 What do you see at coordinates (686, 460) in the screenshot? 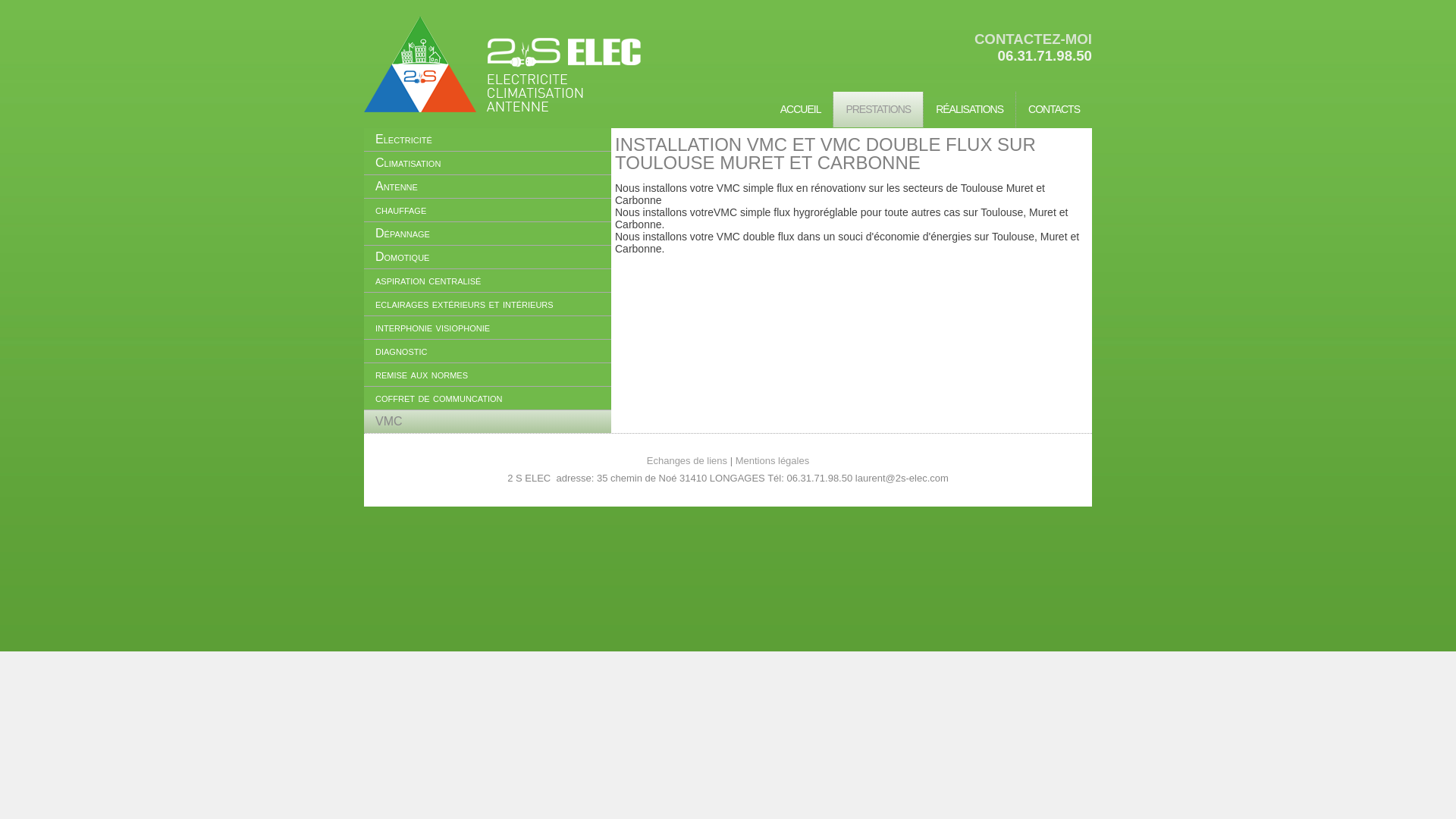
I see `'Echanges de liens'` at bounding box center [686, 460].